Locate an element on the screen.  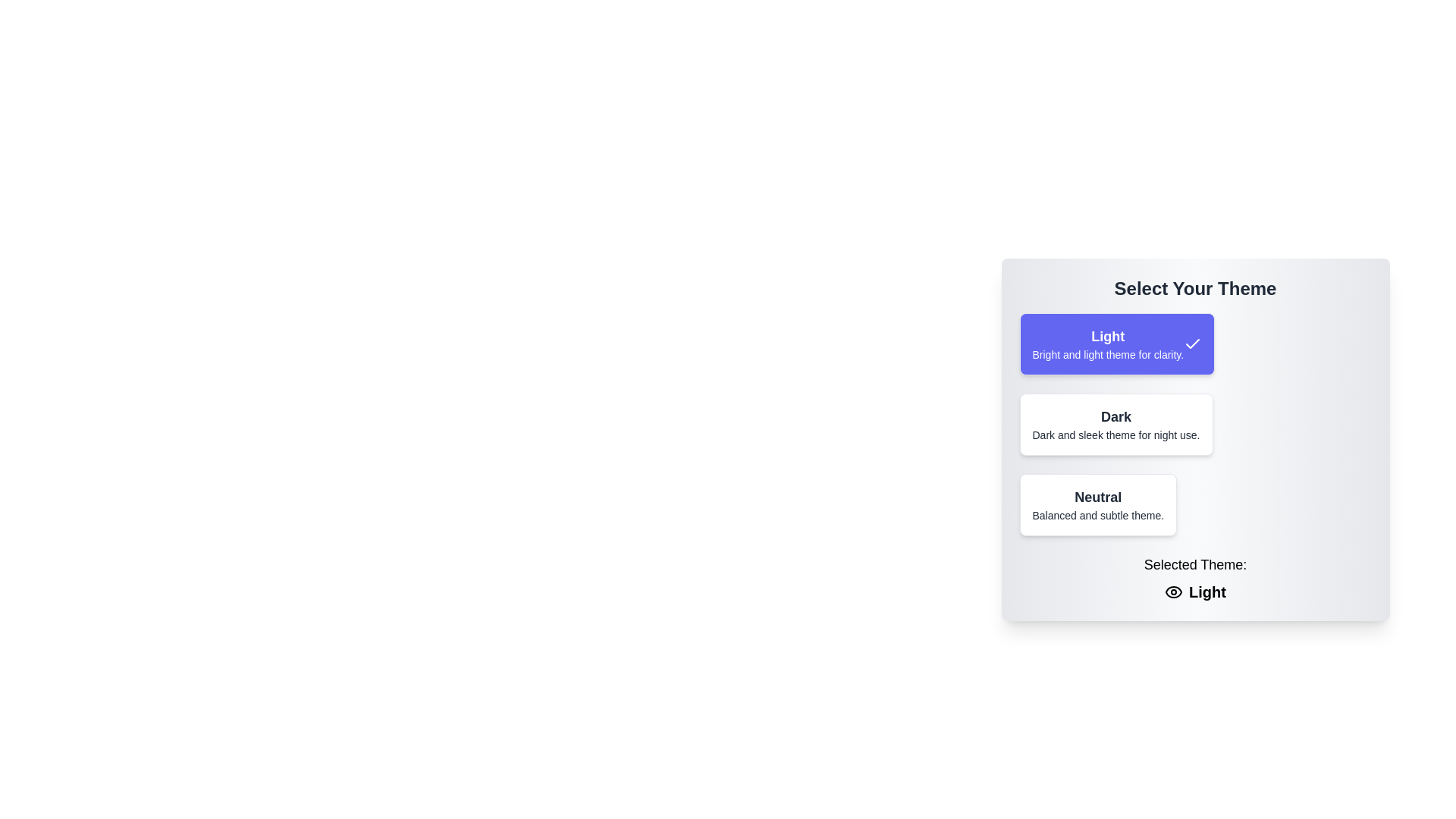
the text with the title 'Dark' and subtitle 'Dark and sleek theme for night use.' is located at coordinates (1116, 424).